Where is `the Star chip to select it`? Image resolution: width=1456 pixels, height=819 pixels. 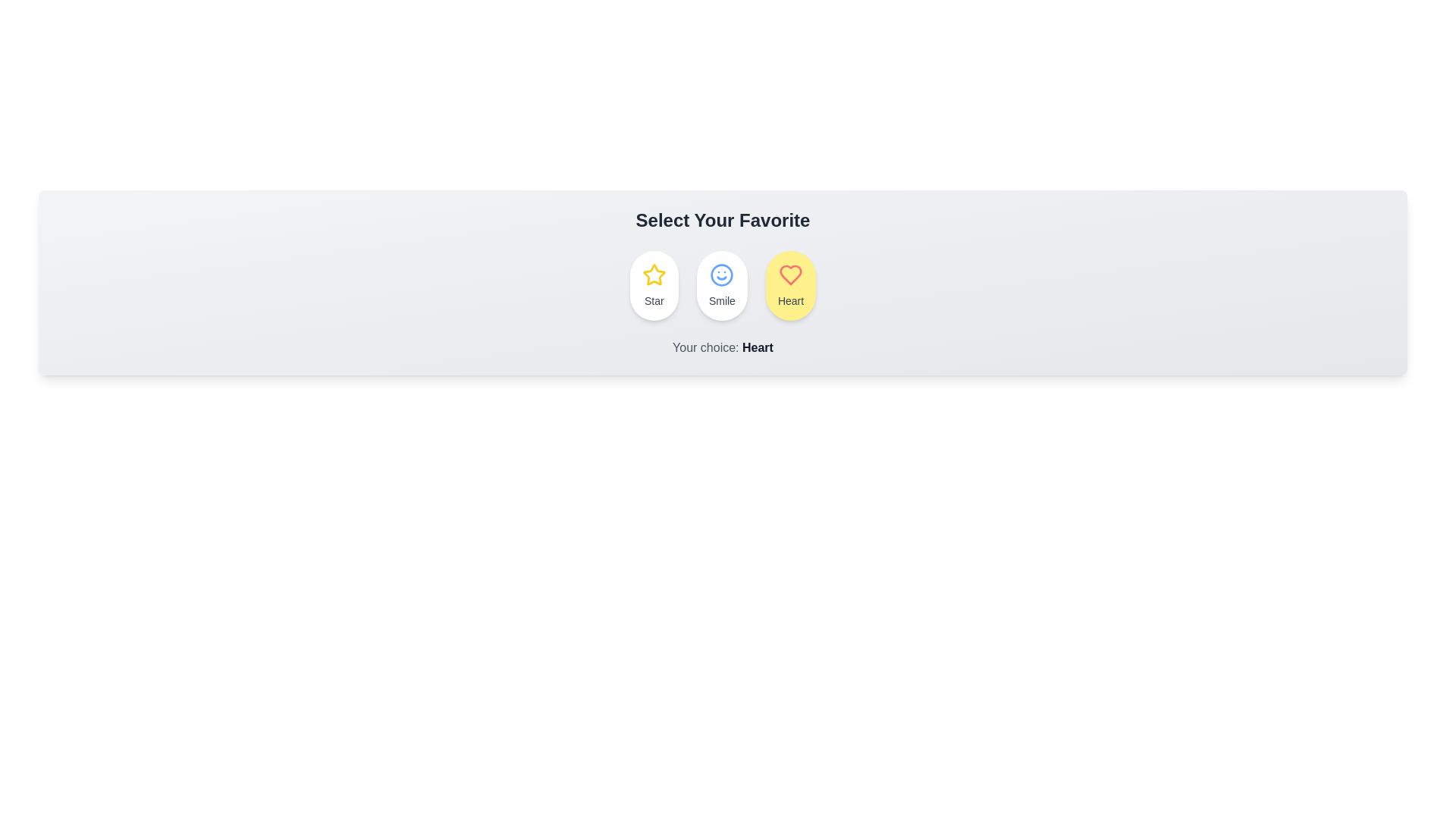 the Star chip to select it is located at coordinates (654, 286).